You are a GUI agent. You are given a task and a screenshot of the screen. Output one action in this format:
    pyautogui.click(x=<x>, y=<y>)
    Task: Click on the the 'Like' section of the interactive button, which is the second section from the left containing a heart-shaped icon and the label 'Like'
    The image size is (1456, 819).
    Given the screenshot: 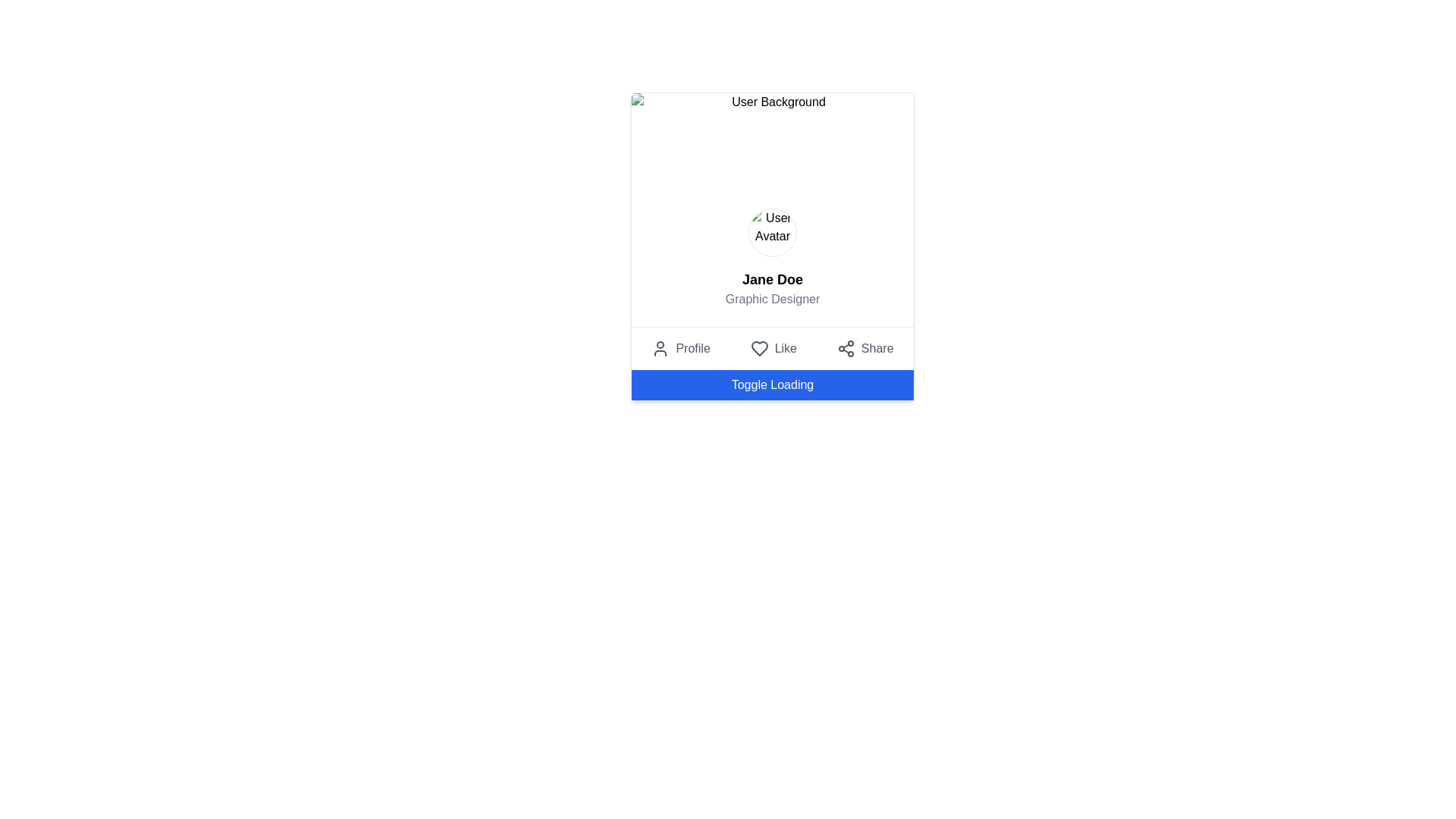 What is the action you would take?
    pyautogui.click(x=772, y=348)
    